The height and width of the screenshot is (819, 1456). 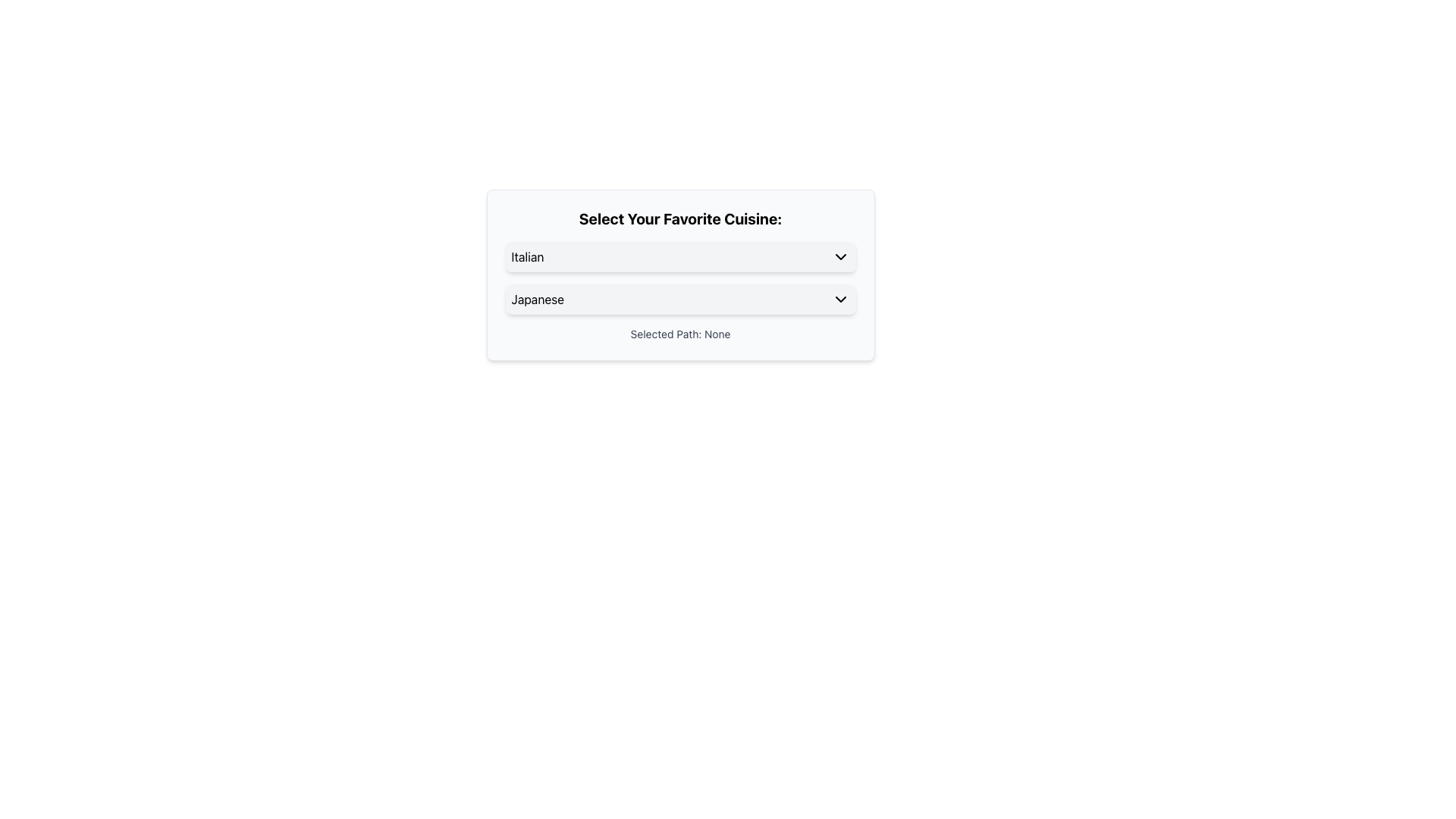 What do you see at coordinates (679, 256) in the screenshot?
I see `the first dropdown menu under the section titled 'Select Your Favorite Cuisine:'` at bounding box center [679, 256].